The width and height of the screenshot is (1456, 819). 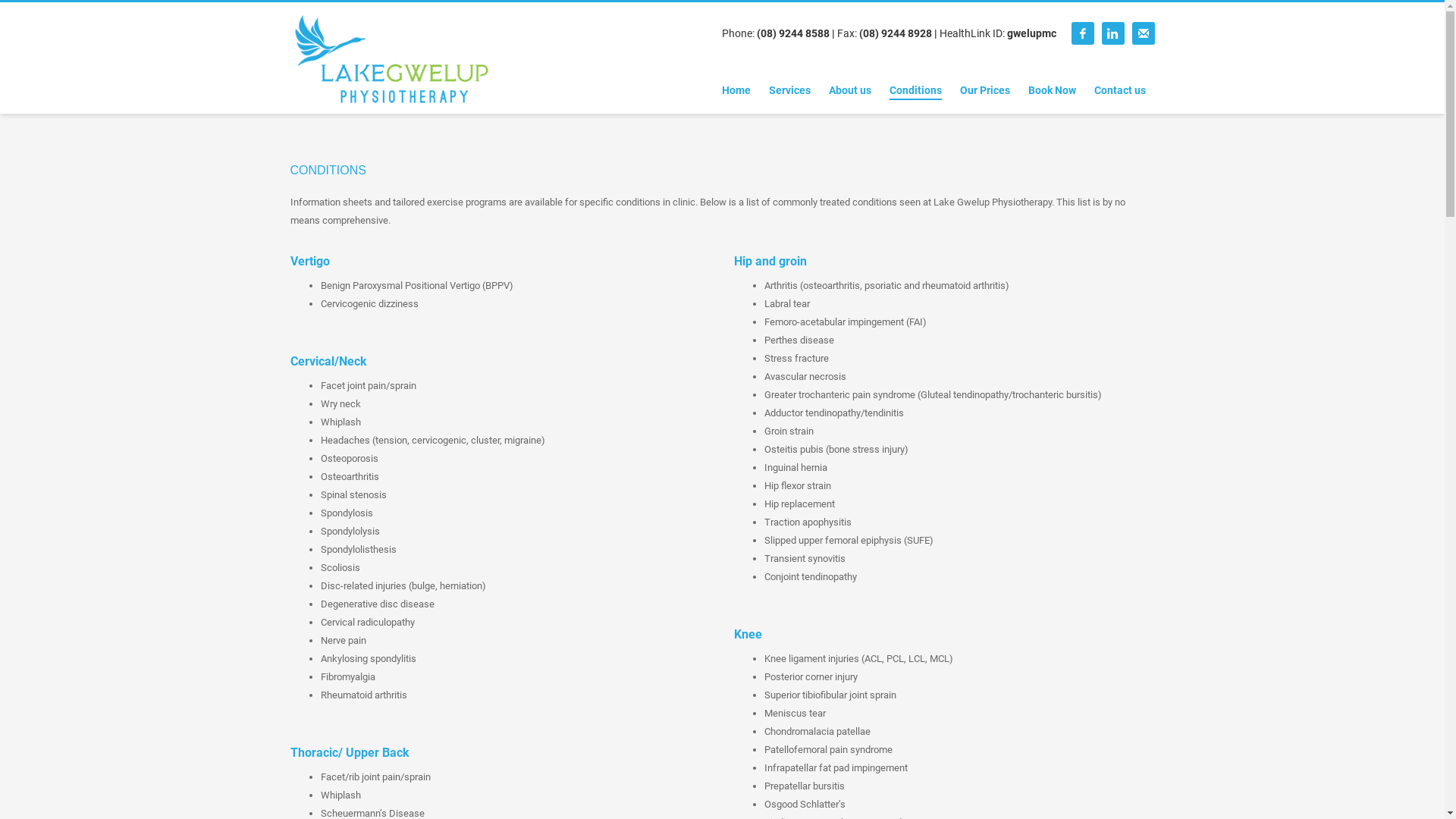 I want to click on 'Lake Gwelup Physiotherapy', so click(x=391, y=58).